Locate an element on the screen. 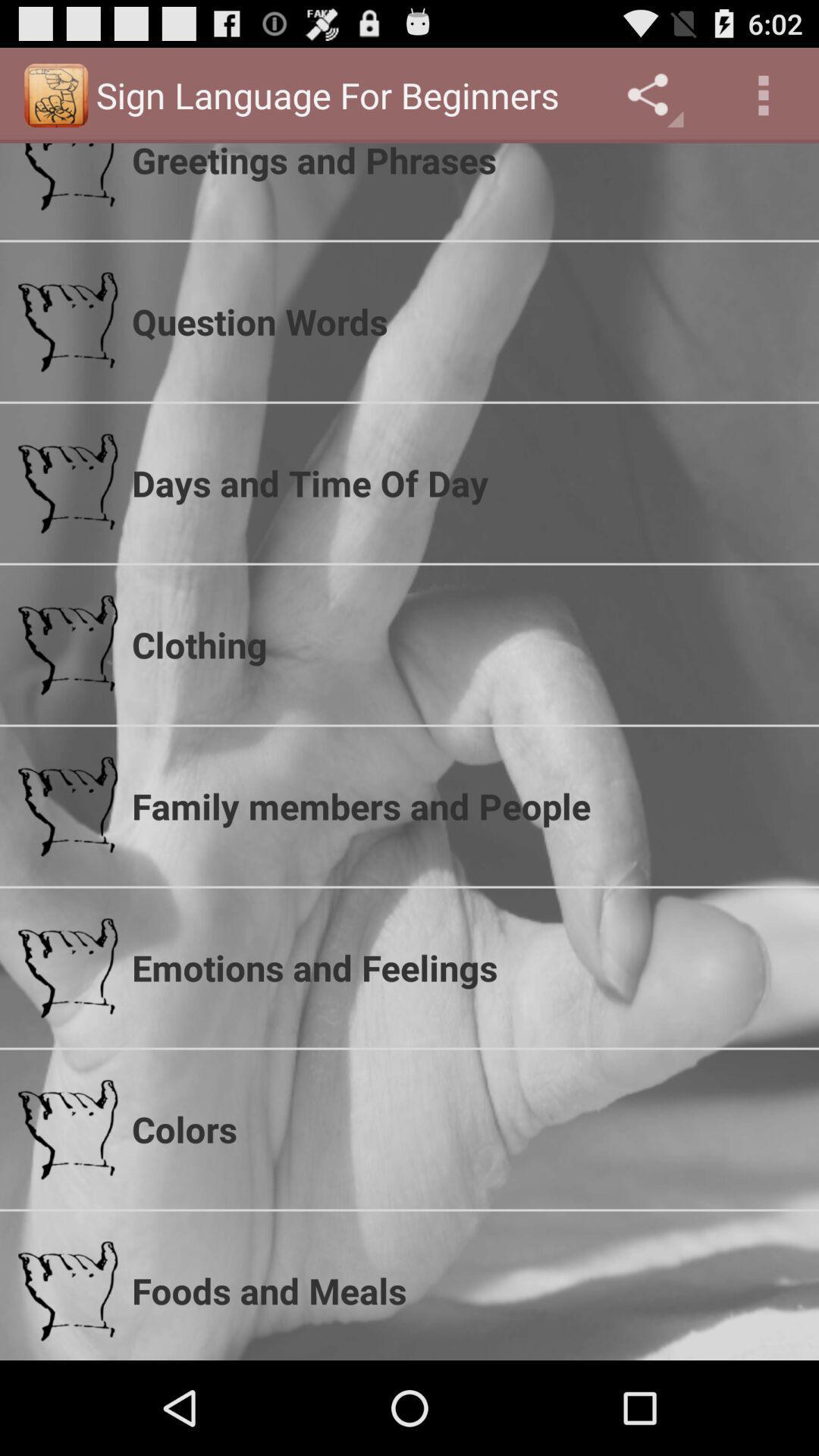 This screenshot has width=819, height=1456. app above emotions and feelings is located at coordinates (465, 805).